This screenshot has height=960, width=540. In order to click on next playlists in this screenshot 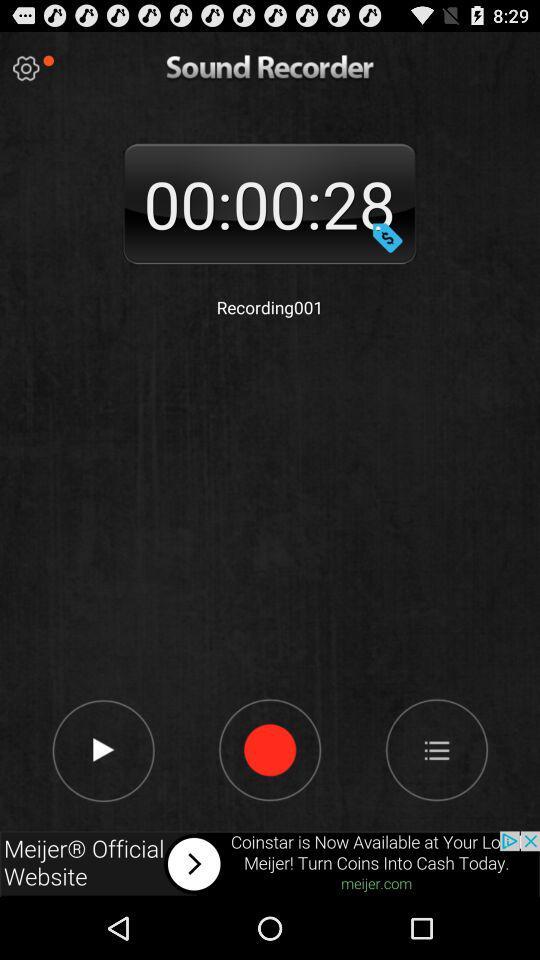, I will do `click(435, 748)`.